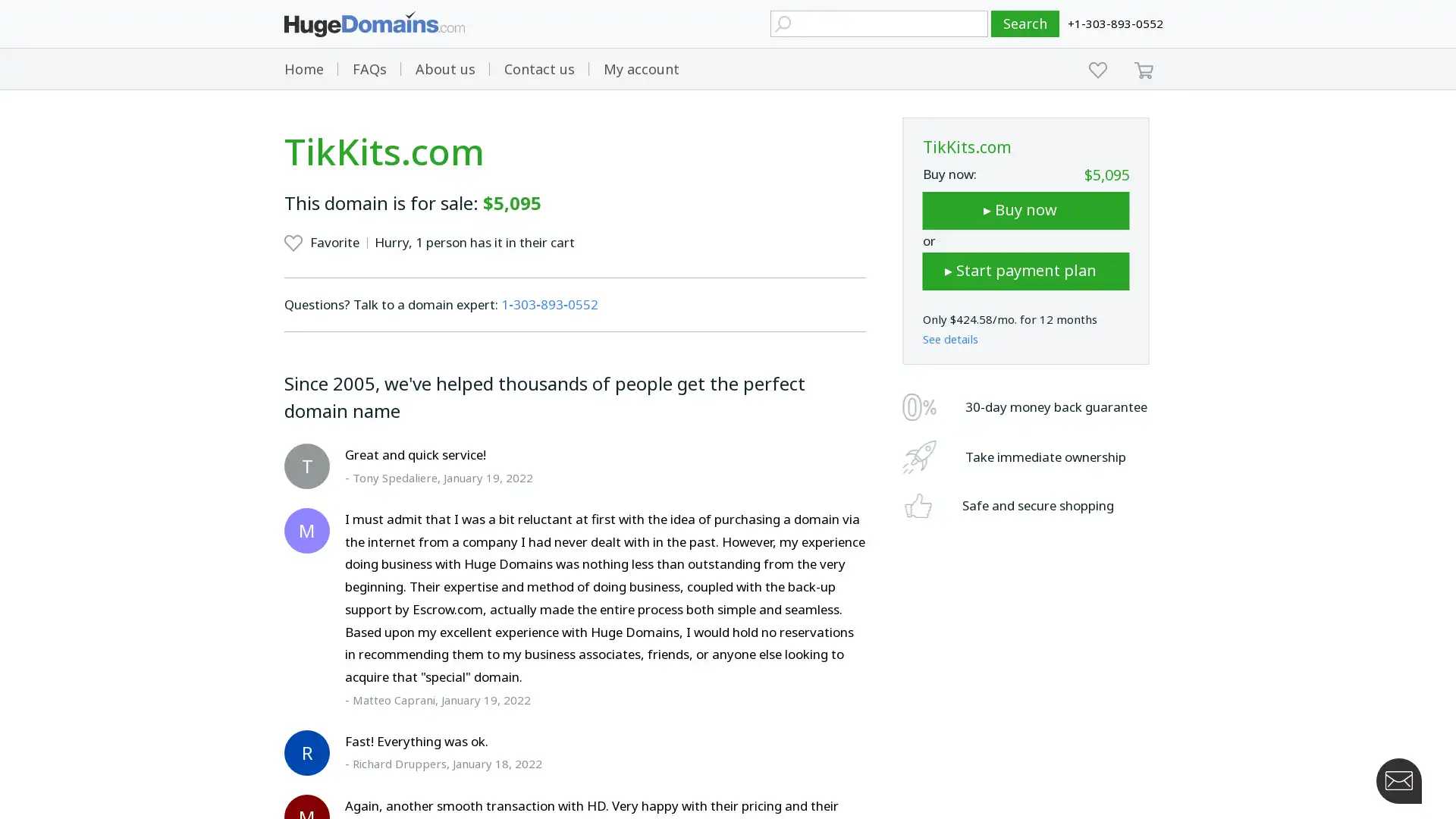 This screenshot has height=819, width=1456. Describe the element at coordinates (1025, 24) in the screenshot. I see `Search` at that location.